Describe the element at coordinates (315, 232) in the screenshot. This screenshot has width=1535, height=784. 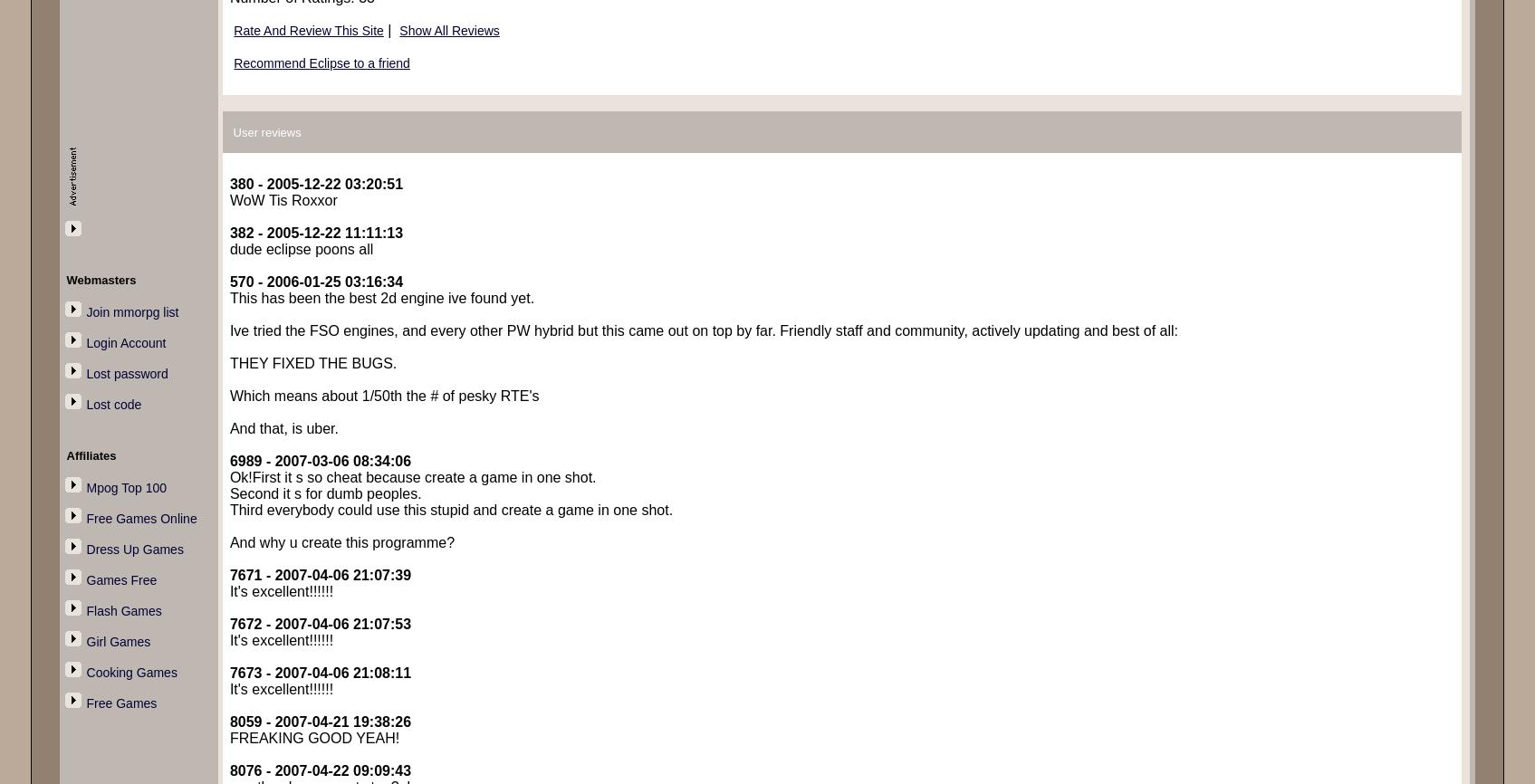
I see `'382 - 2005-12-22 11:11:13'` at that location.